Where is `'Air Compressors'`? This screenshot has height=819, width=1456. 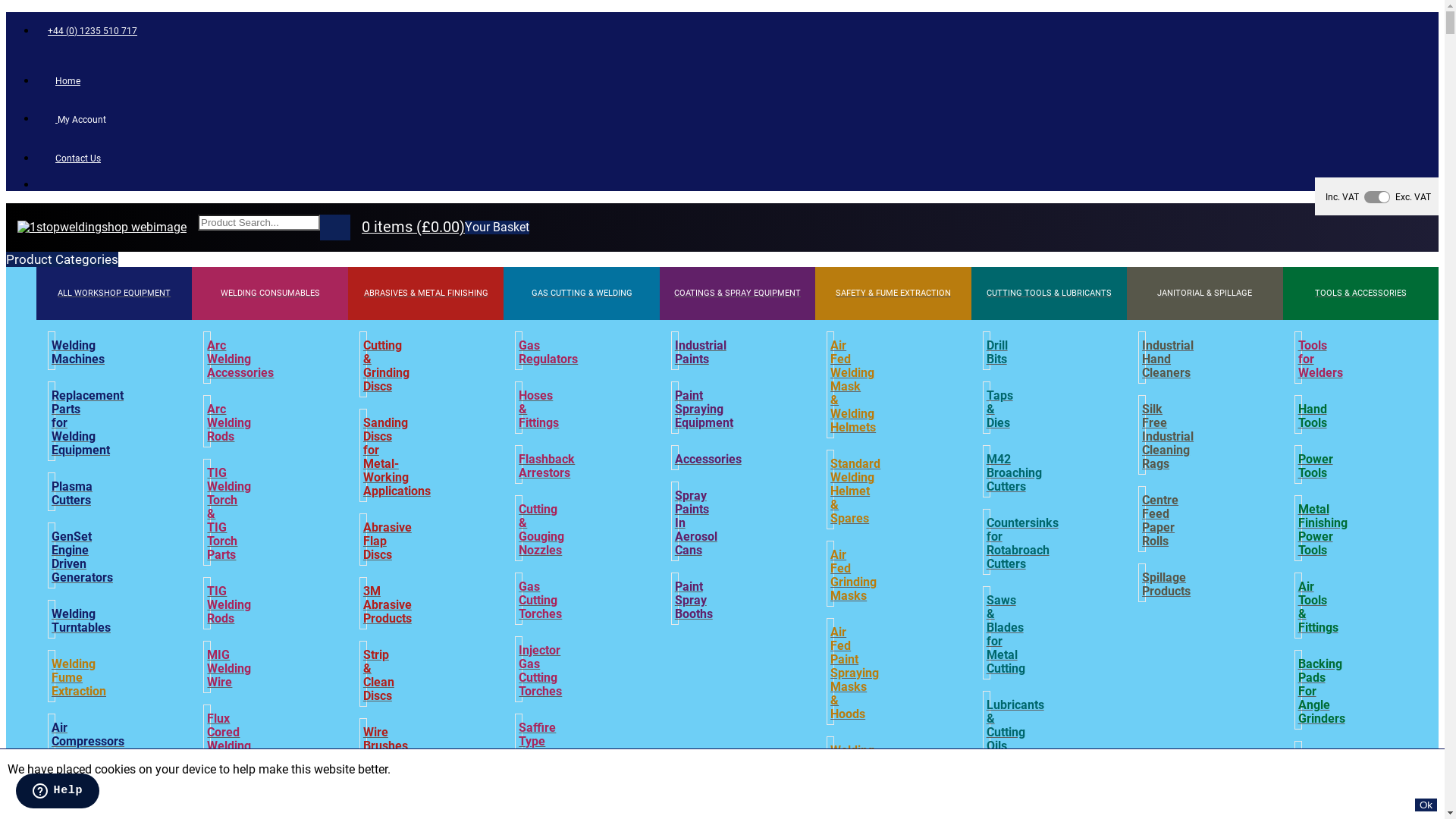
'Air Compressors' is located at coordinates (86, 733).